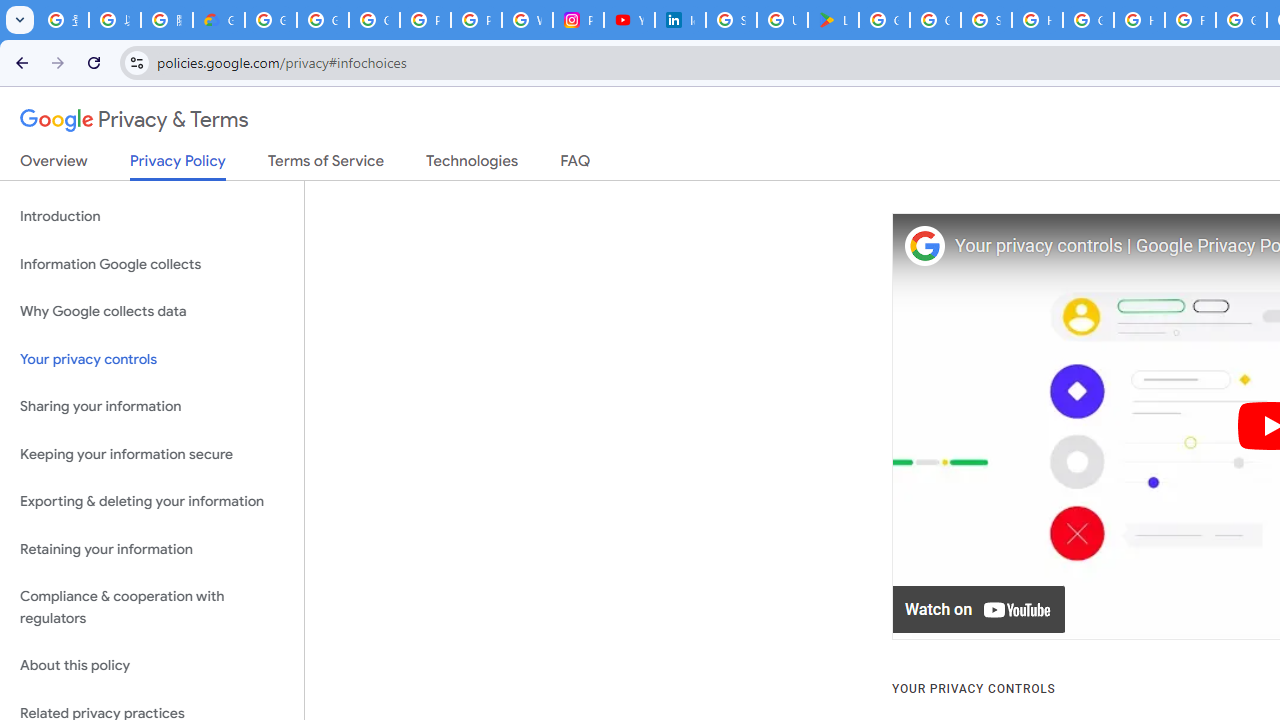  I want to click on 'Google Workspace - Specific Terms', so click(934, 20).